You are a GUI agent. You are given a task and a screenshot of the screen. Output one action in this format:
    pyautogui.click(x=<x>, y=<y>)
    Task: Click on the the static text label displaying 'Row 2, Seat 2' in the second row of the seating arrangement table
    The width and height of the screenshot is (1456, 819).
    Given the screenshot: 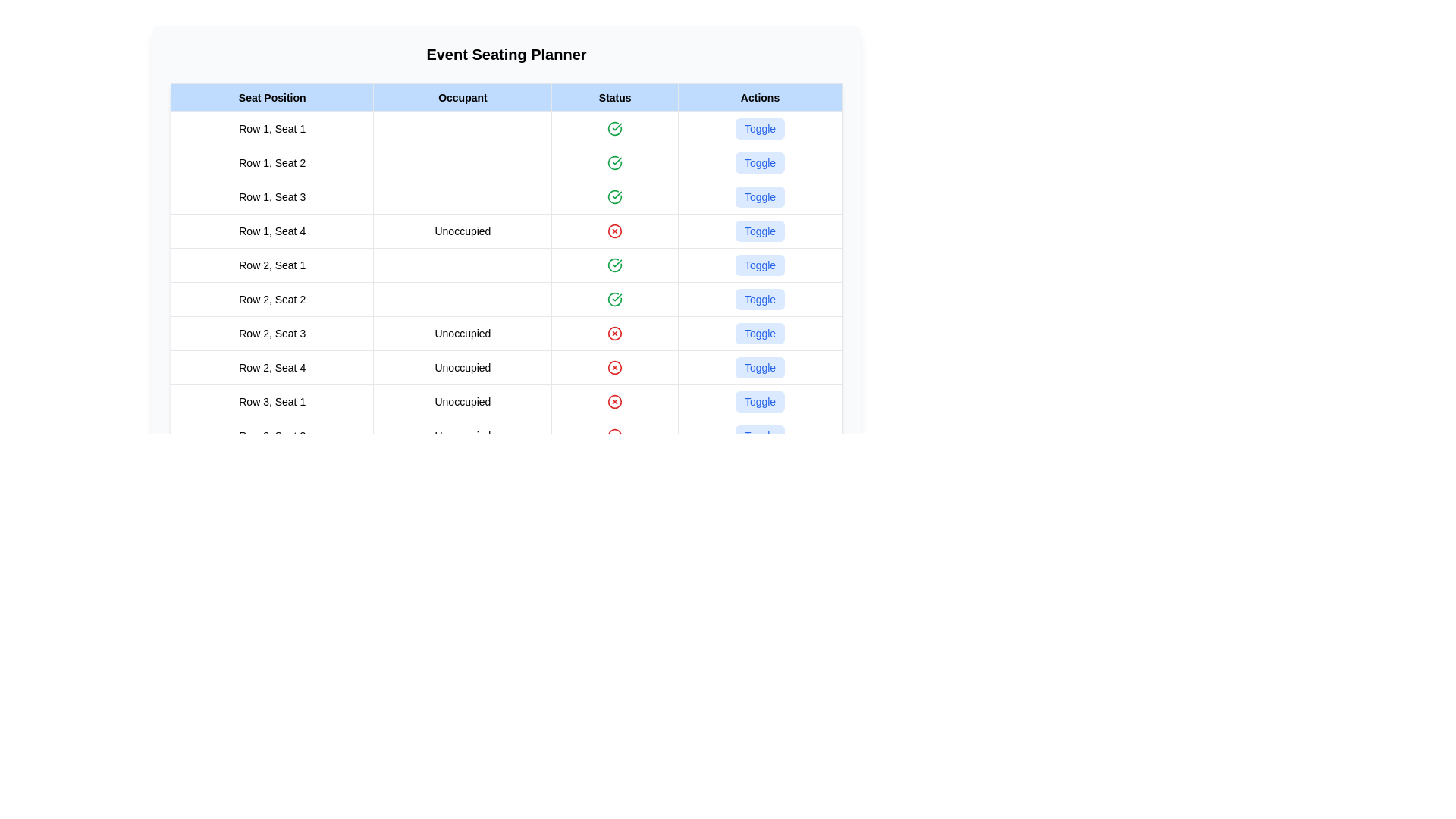 What is the action you would take?
    pyautogui.click(x=272, y=299)
    